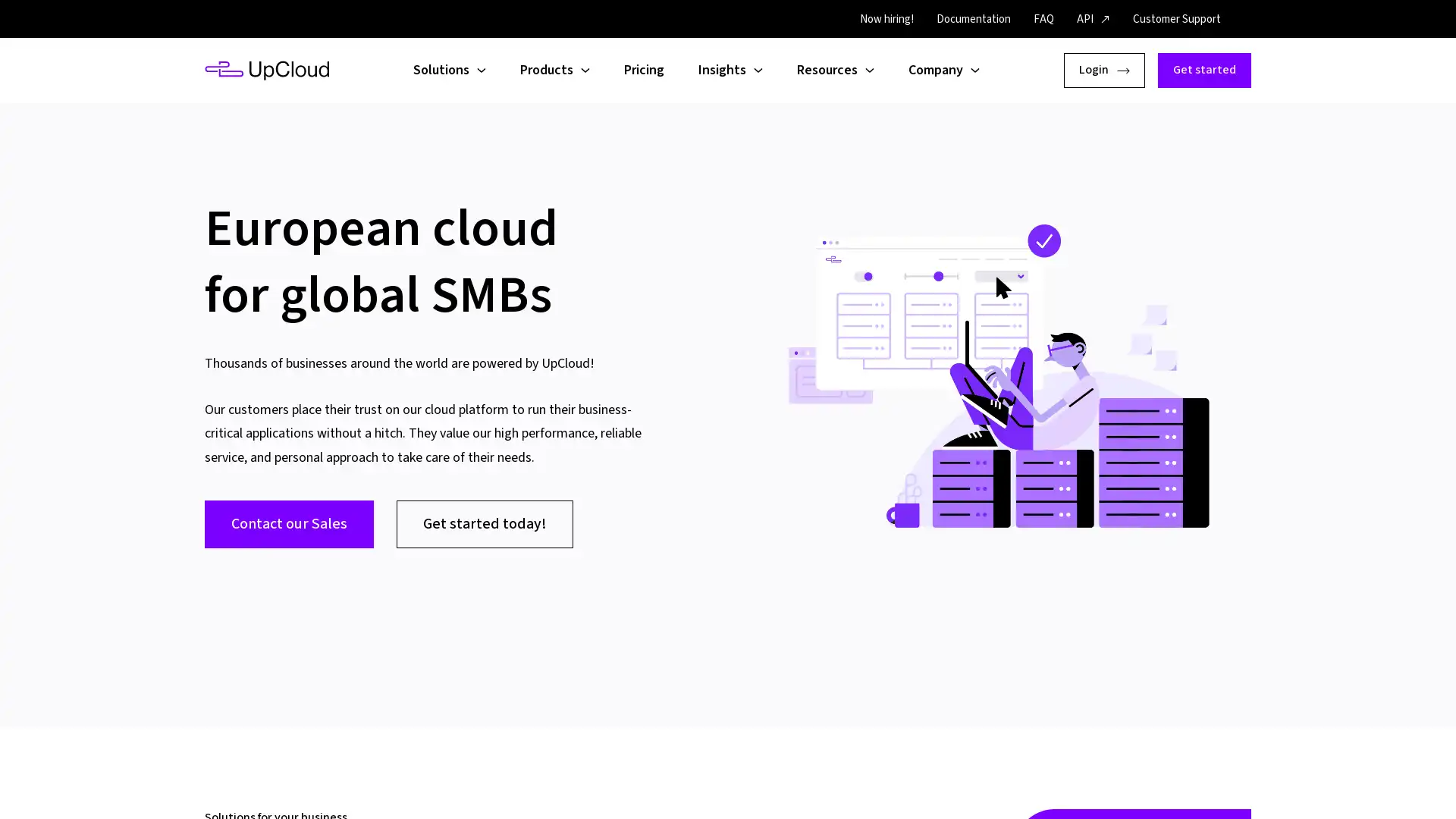 The width and height of the screenshot is (1456, 819). What do you see at coordinates (585, 70) in the screenshot?
I see `Open child menu for Products` at bounding box center [585, 70].